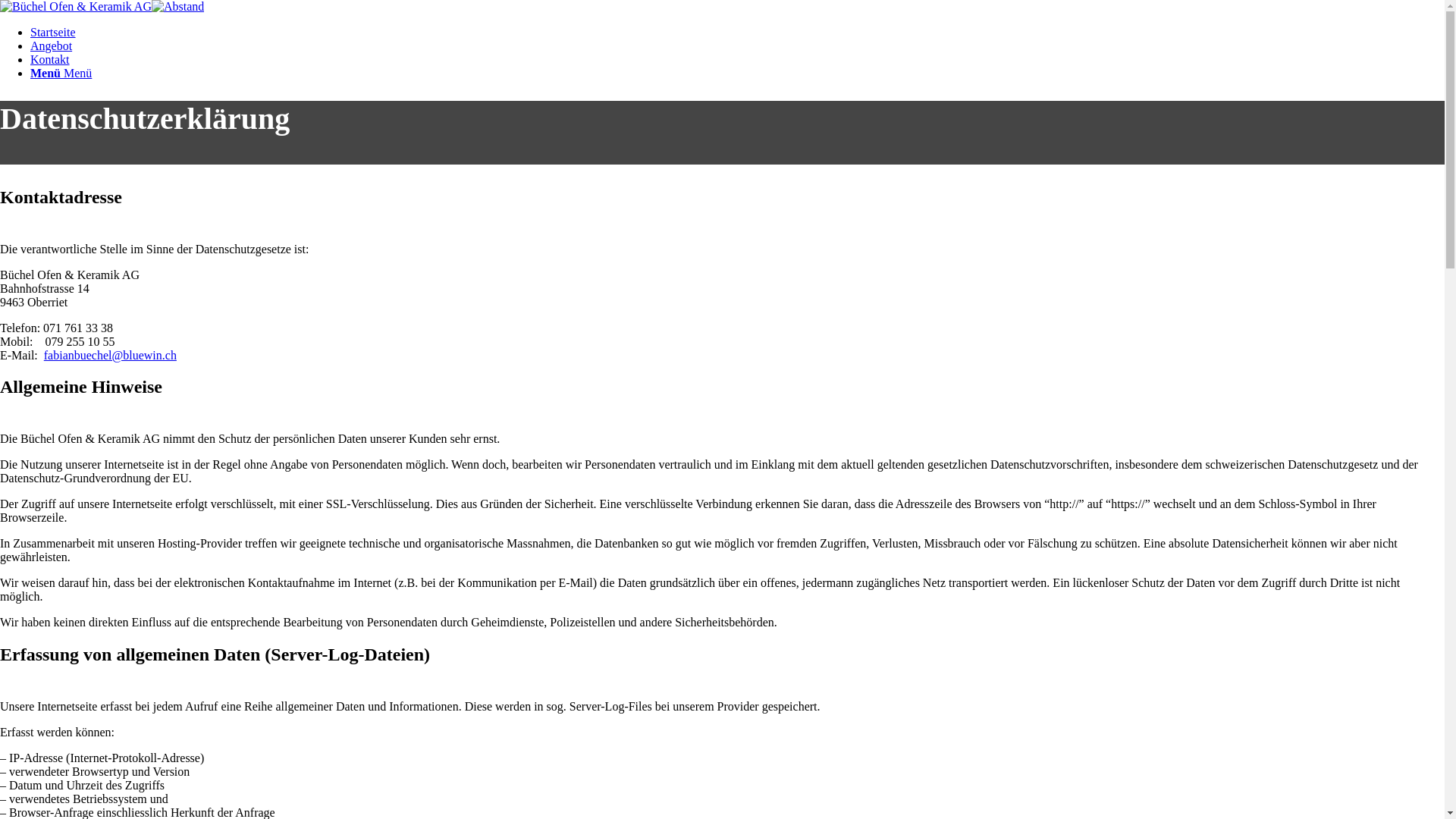 This screenshot has height=819, width=1456. I want to click on 'fabianbuechel@bluewin.ch', so click(43, 355).